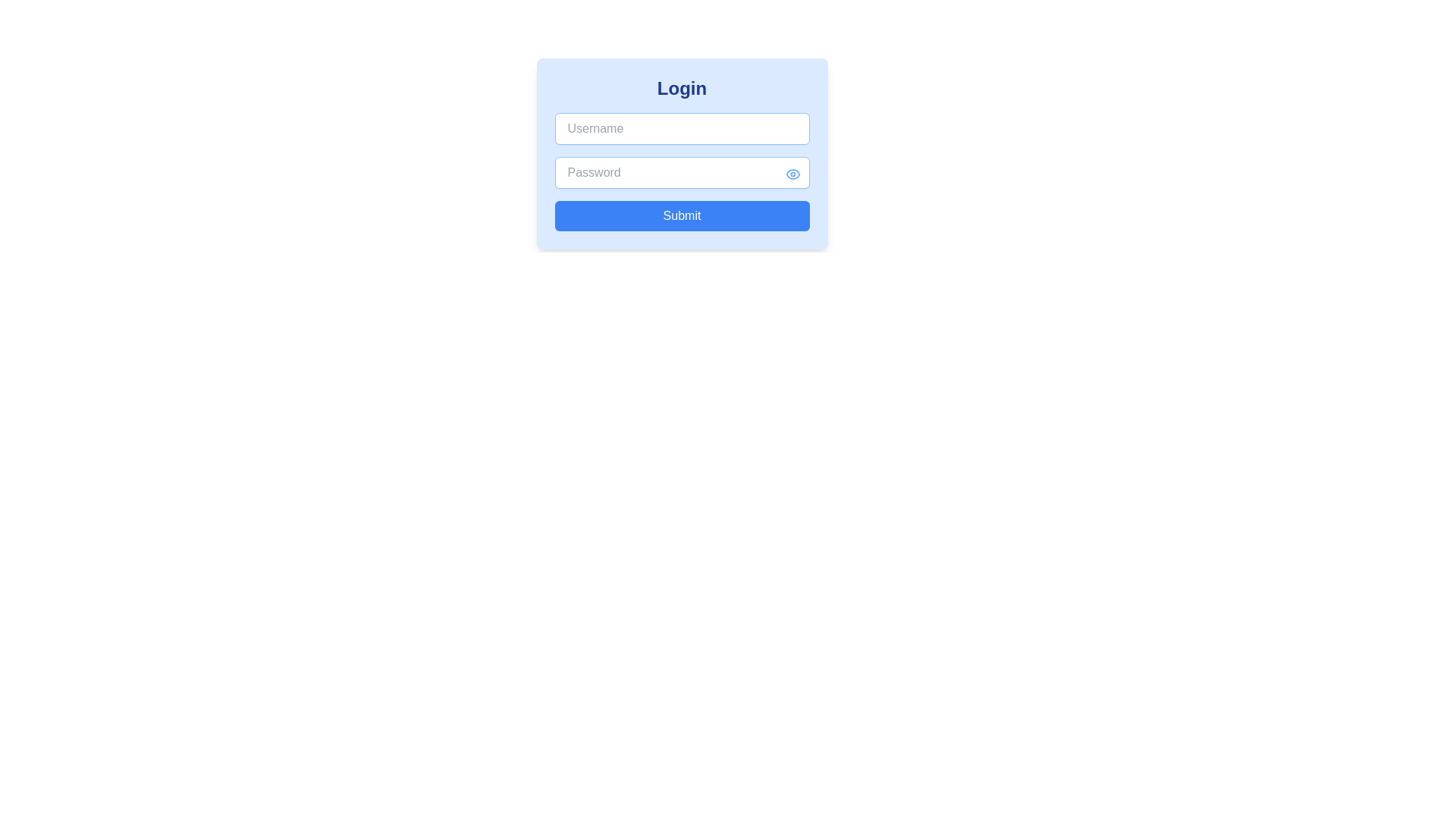  What do you see at coordinates (792, 173) in the screenshot?
I see `the eye-shaped icon within the login form interface` at bounding box center [792, 173].